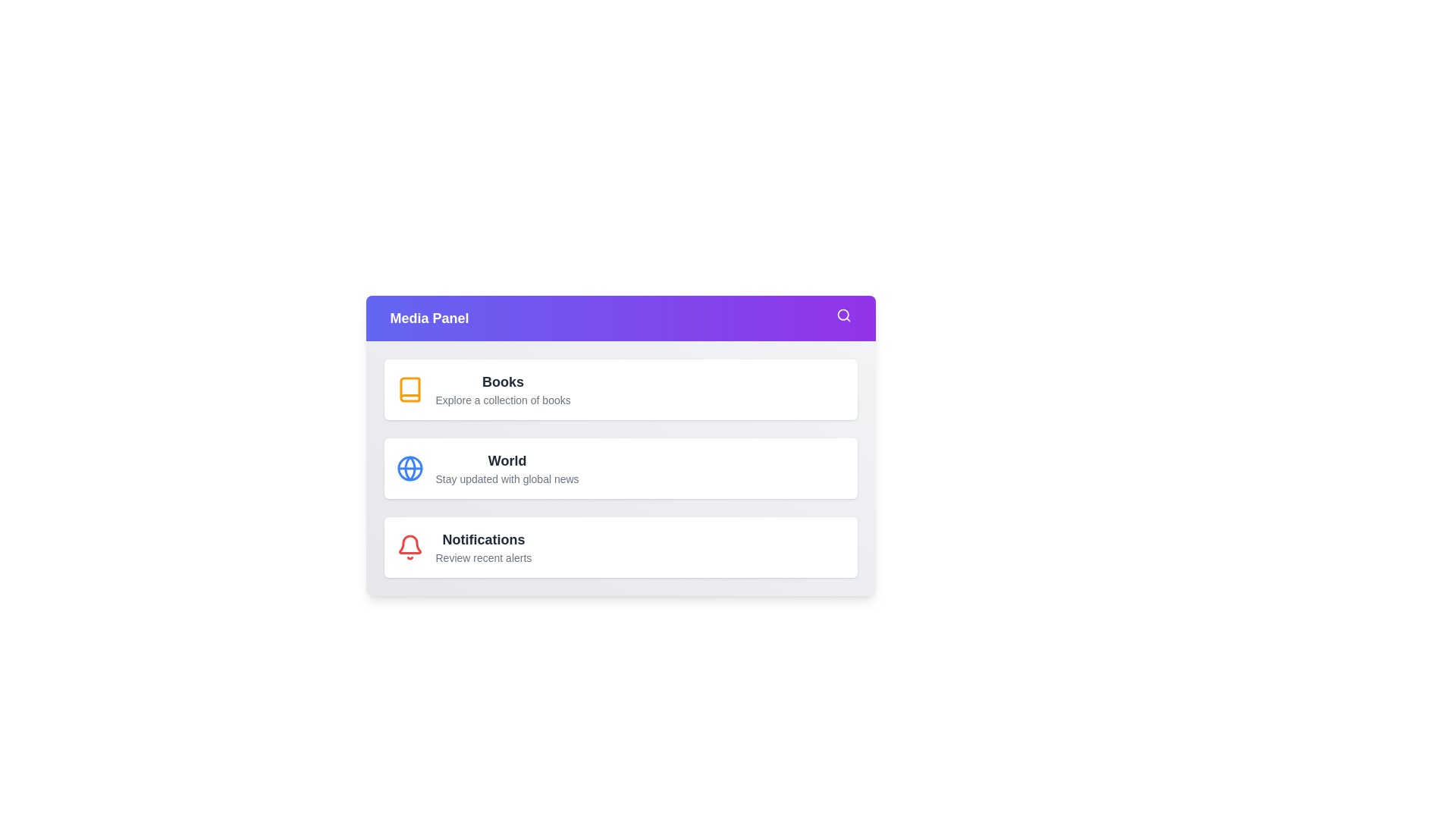  What do you see at coordinates (620, 547) in the screenshot?
I see `the menu item Notifications by clicking on it` at bounding box center [620, 547].